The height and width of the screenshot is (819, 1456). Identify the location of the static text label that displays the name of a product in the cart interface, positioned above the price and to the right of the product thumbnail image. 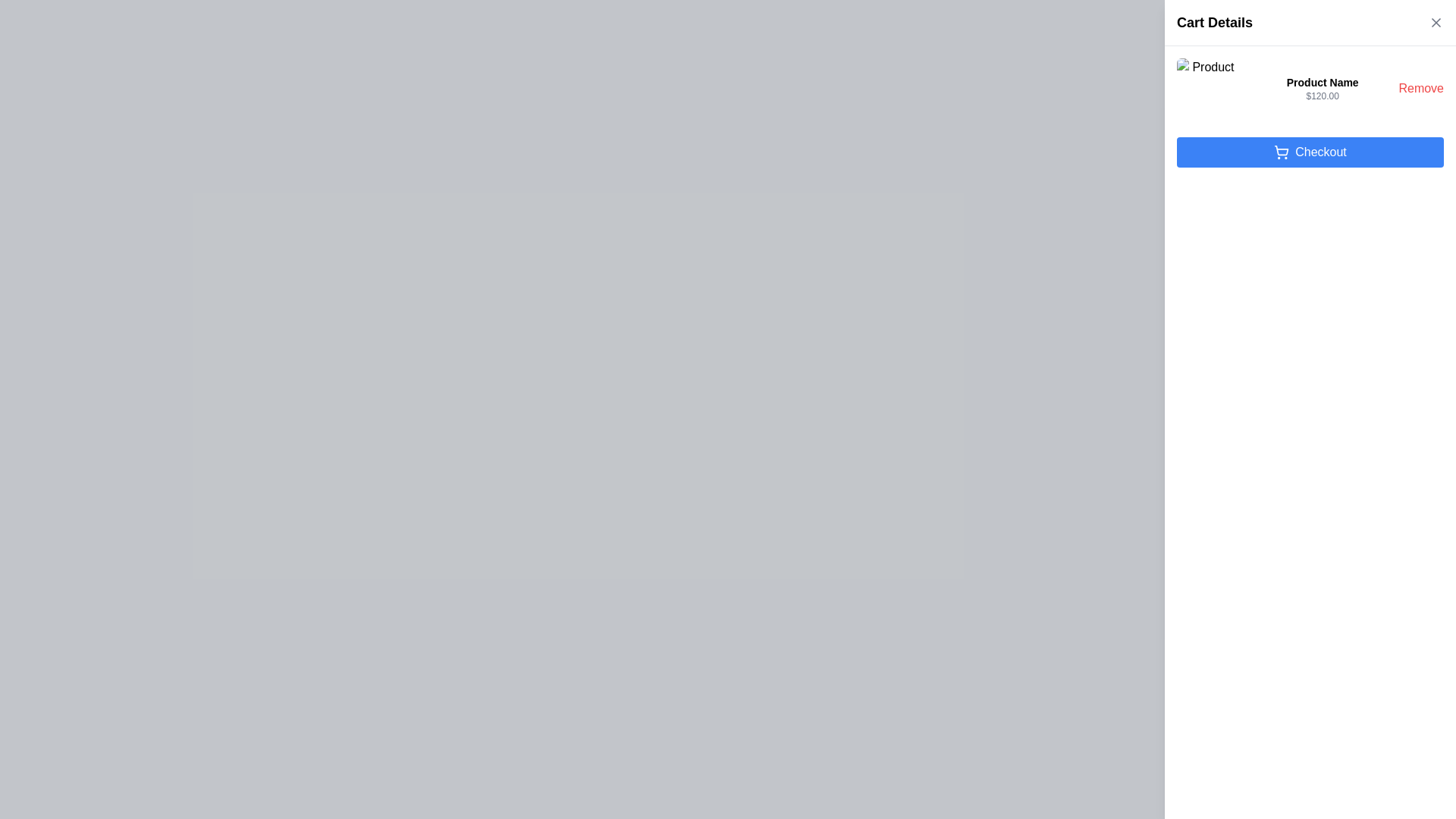
(1322, 82).